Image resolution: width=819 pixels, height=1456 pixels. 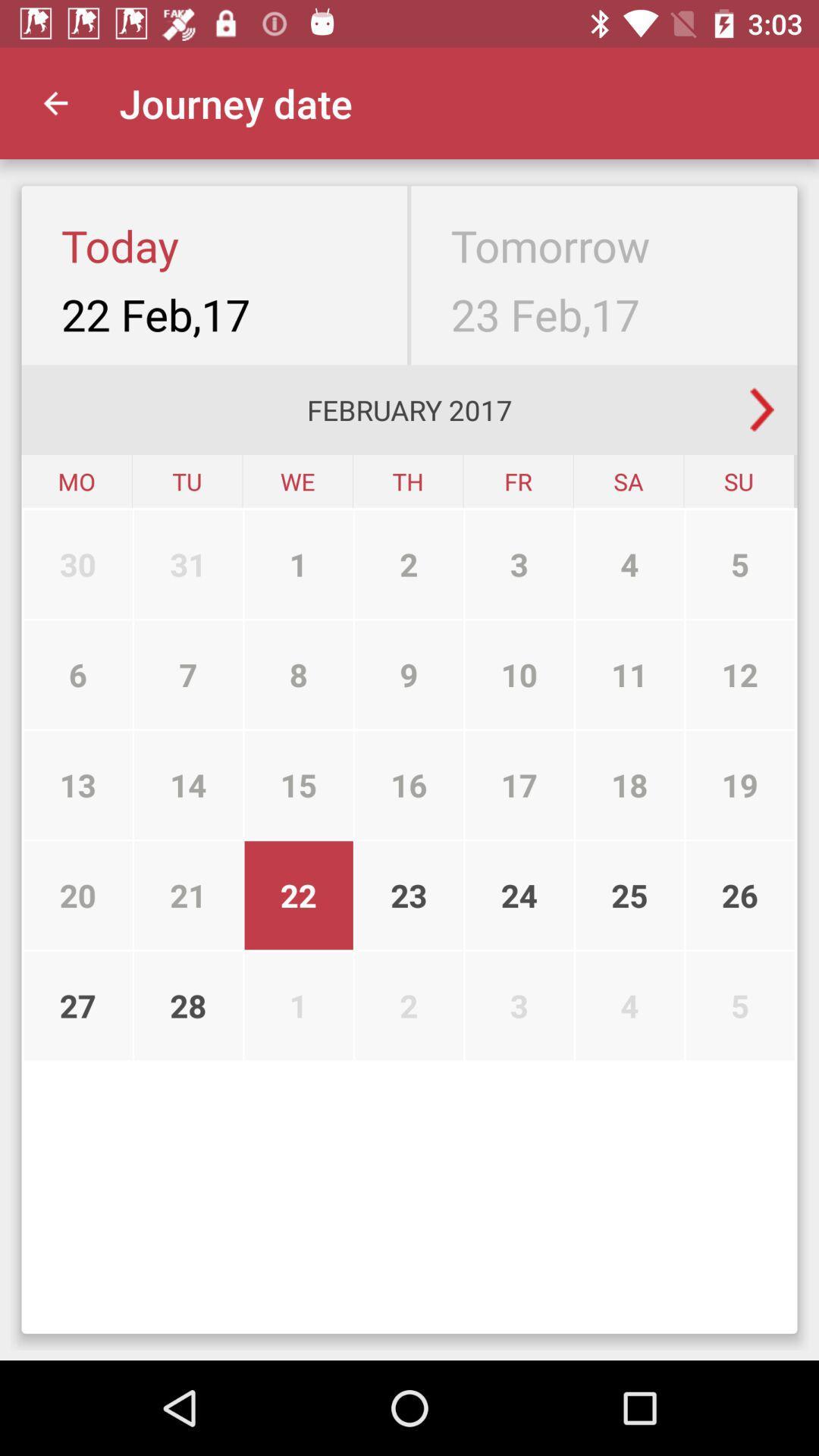 I want to click on move forward a month, so click(x=762, y=409).